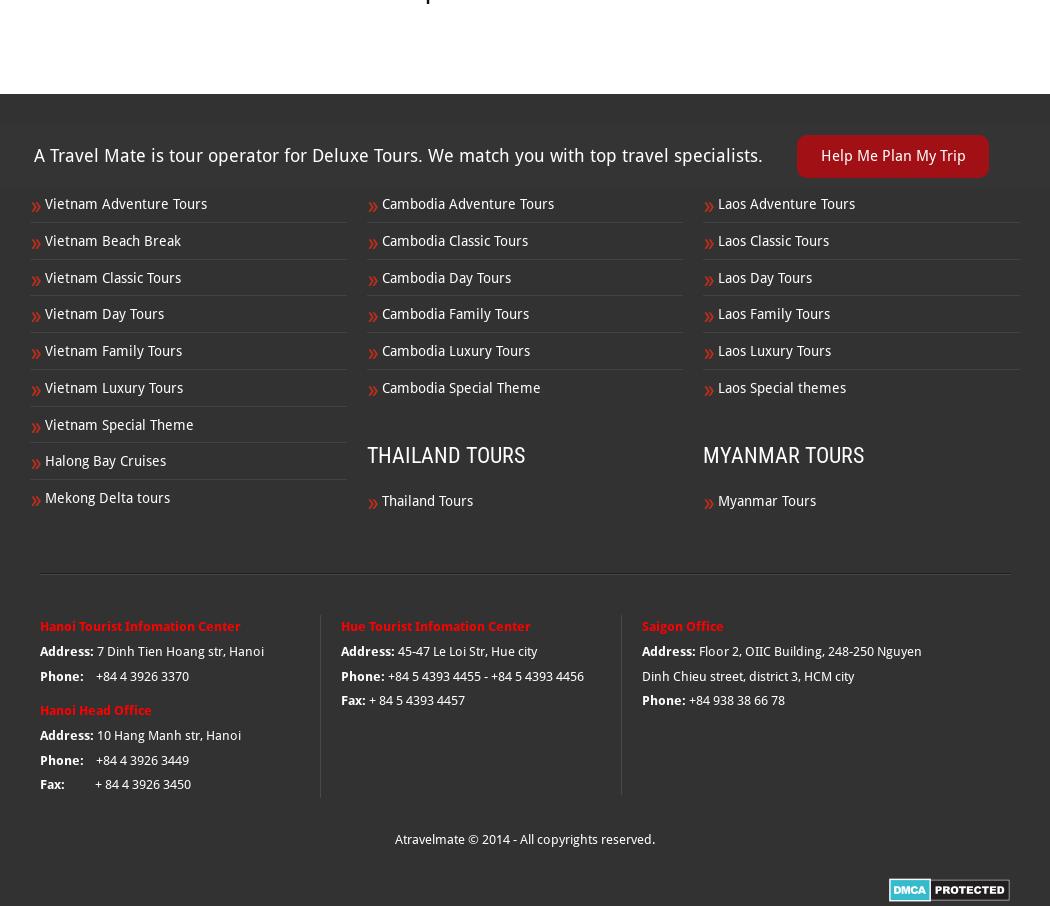  Describe the element at coordinates (103, 158) in the screenshot. I see `'Vietnam Tours'` at that location.